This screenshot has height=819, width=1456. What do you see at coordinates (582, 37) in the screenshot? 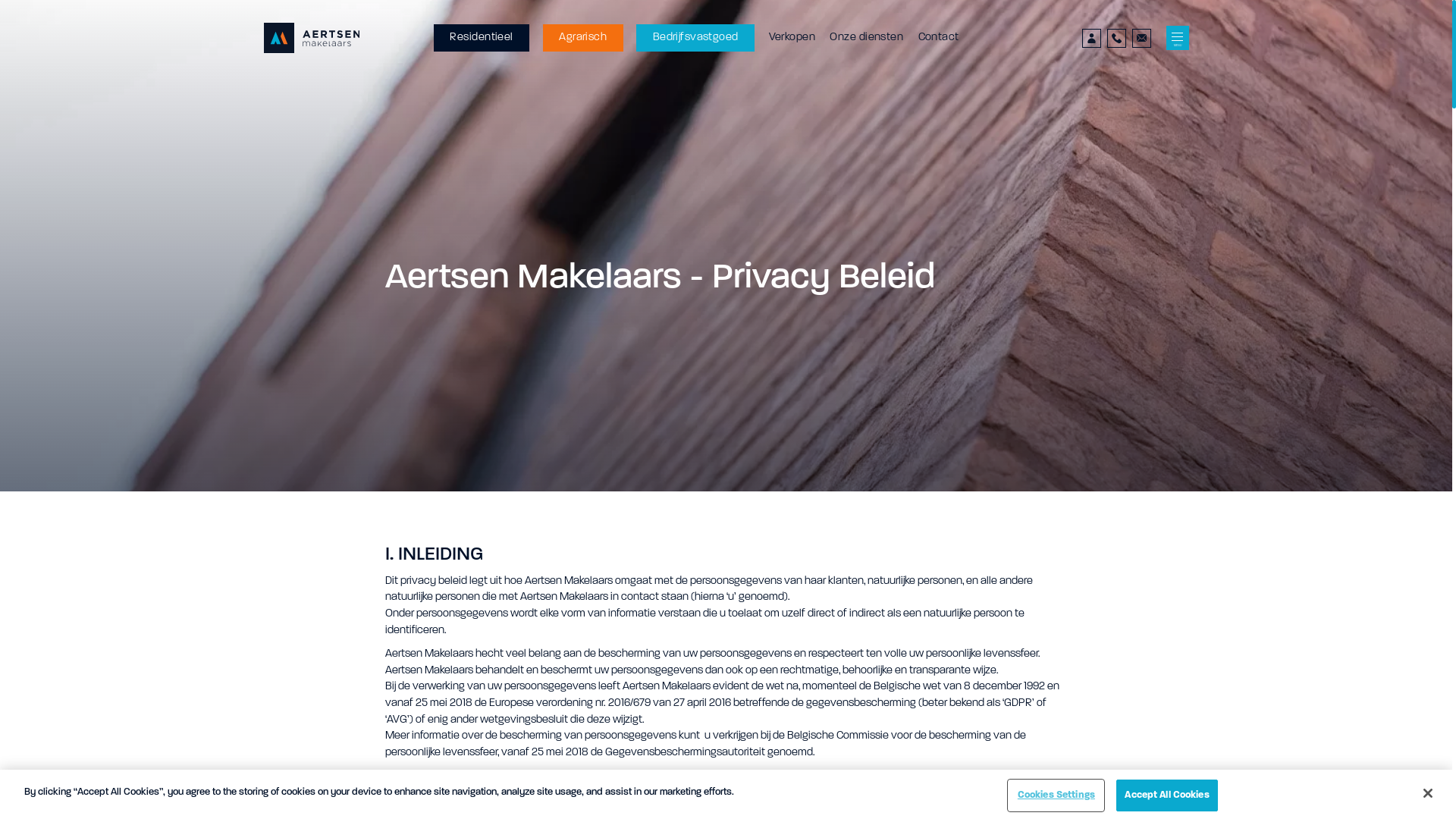
I see `'Agrarisch'` at bounding box center [582, 37].